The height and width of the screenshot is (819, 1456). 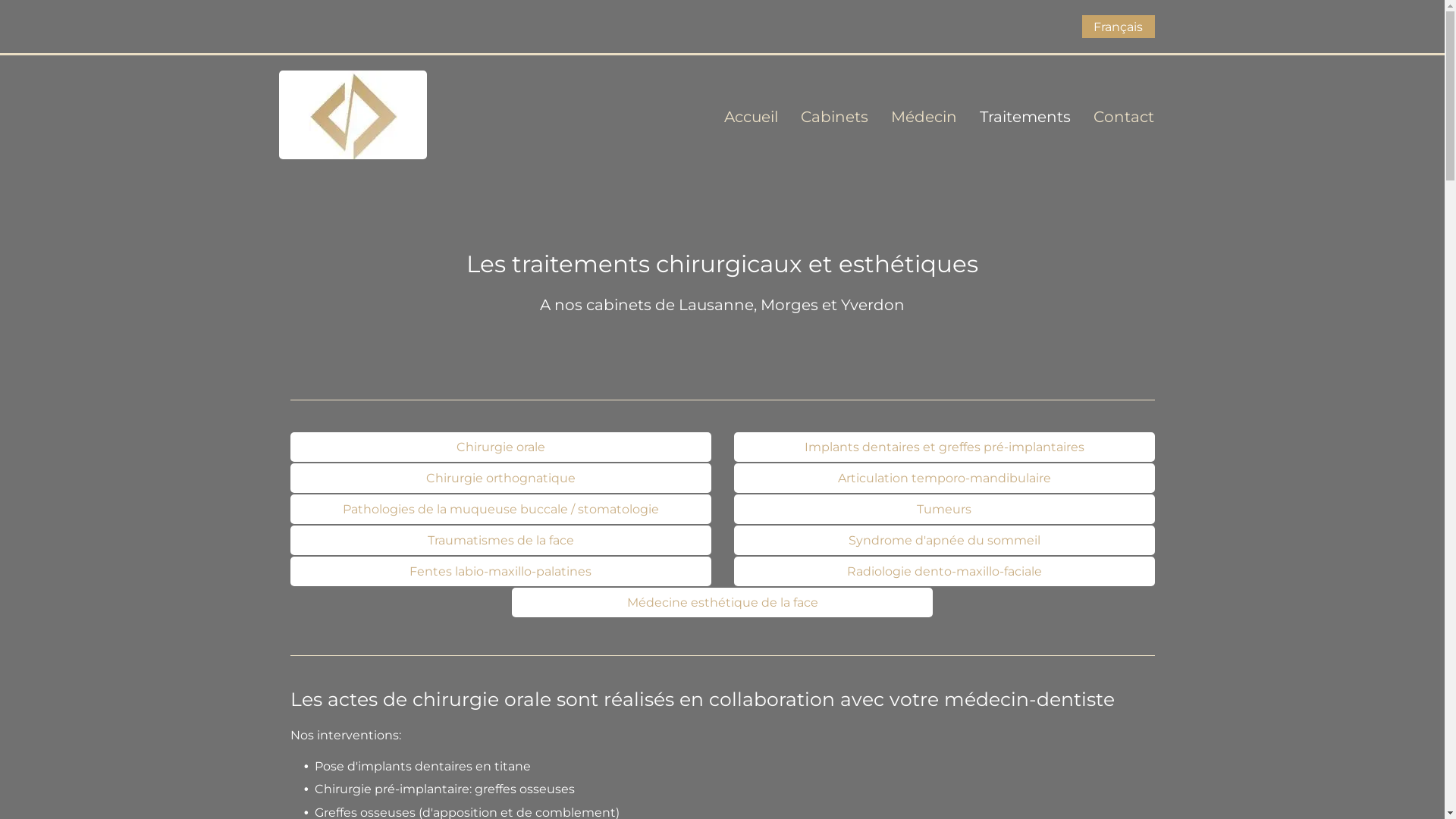 What do you see at coordinates (500, 509) in the screenshot?
I see `'Pathologies de la muqueuse buccale / stomatologie'` at bounding box center [500, 509].